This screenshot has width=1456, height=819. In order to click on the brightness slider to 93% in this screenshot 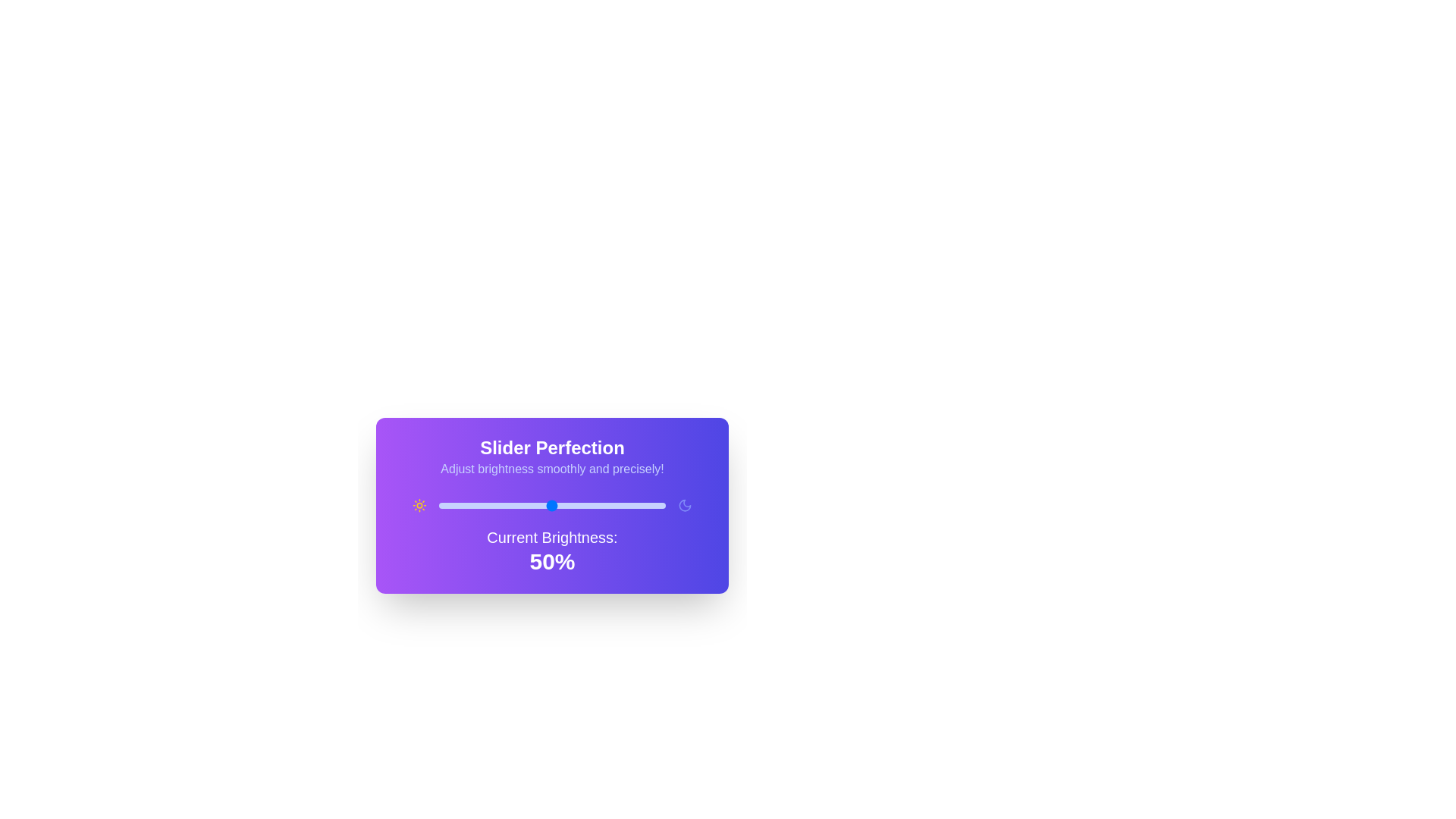, I will do `click(649, 506)`.